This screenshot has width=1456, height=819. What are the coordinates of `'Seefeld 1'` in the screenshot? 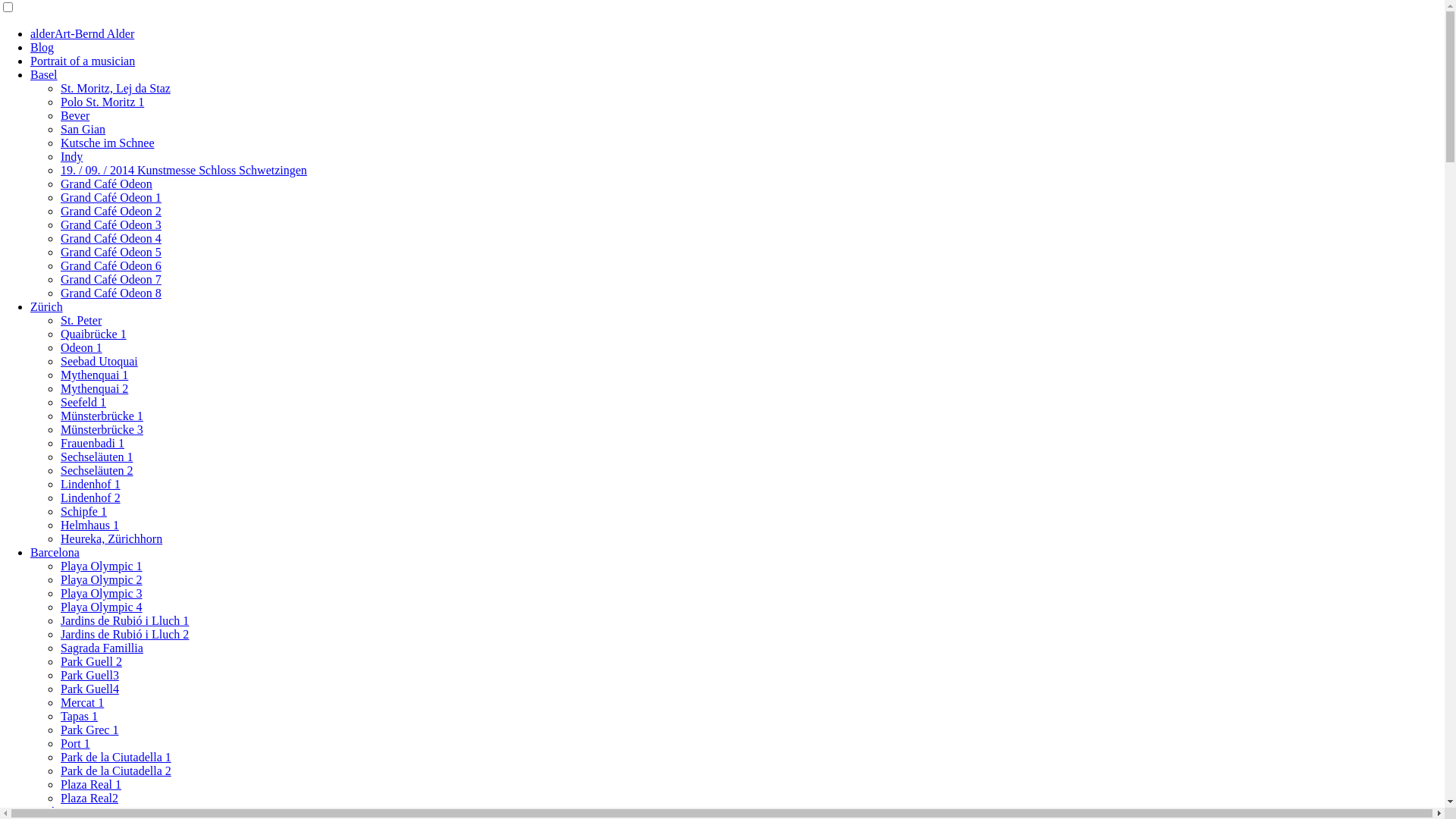 It's located at (83, 401).